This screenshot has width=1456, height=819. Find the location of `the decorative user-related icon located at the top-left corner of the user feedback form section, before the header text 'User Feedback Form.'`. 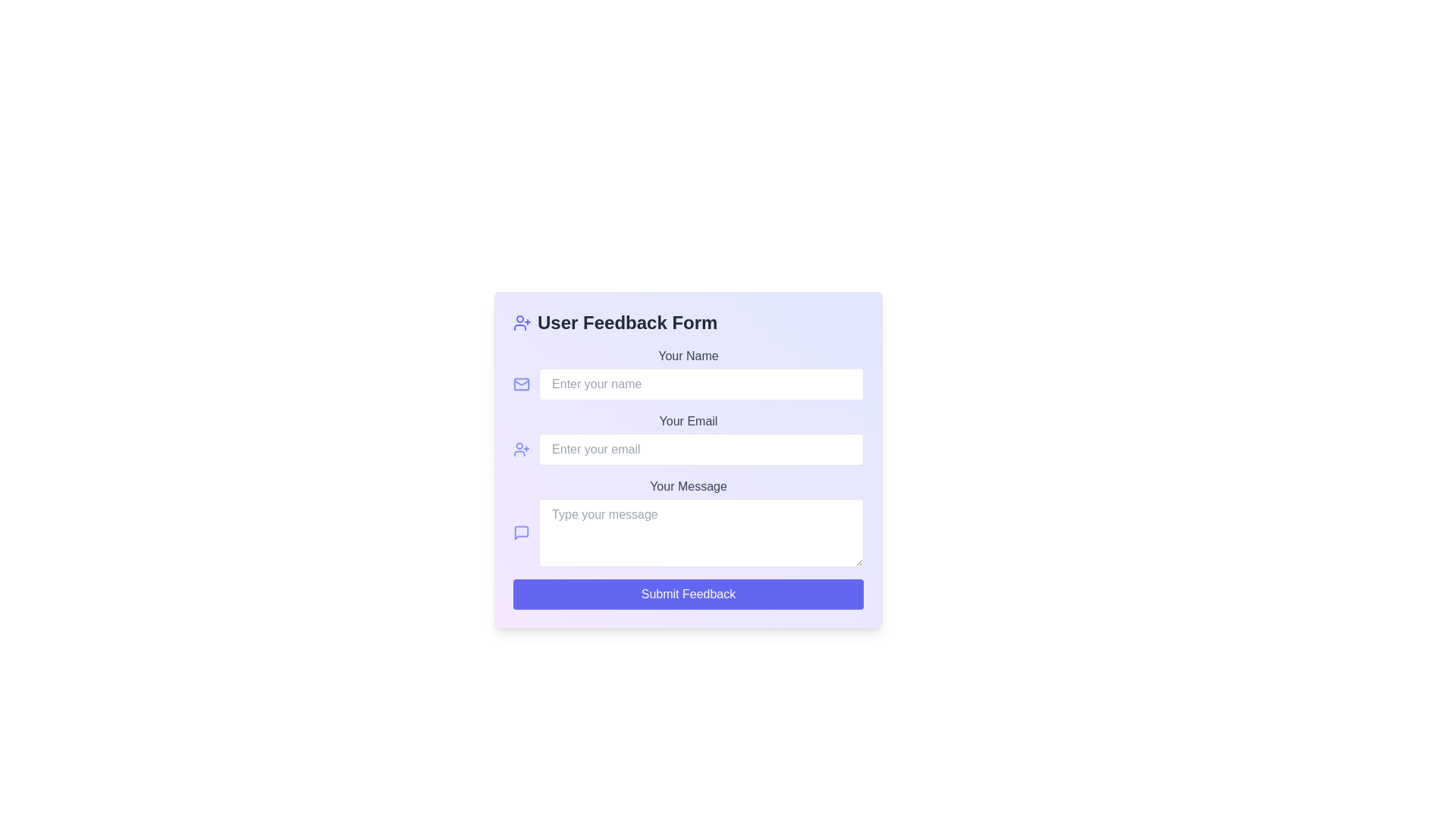

the decorative user-related icon located at the top-left corner of the user feedback form section, before the header text 'User Feedback Form.' is located at coordinates (522, 449).